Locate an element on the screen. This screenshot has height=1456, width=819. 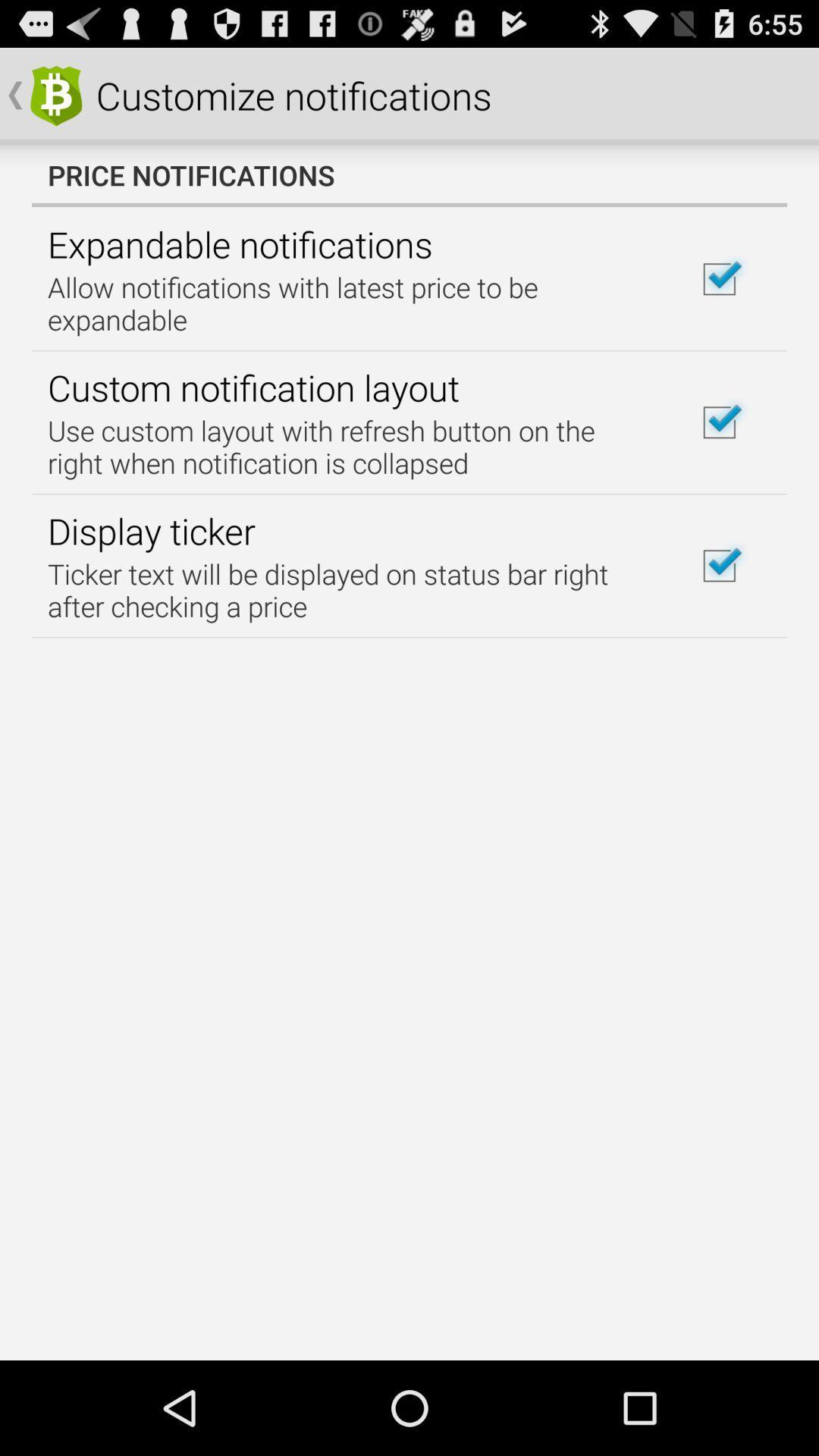
ticker text will icon is located at coordinates (351, 589).